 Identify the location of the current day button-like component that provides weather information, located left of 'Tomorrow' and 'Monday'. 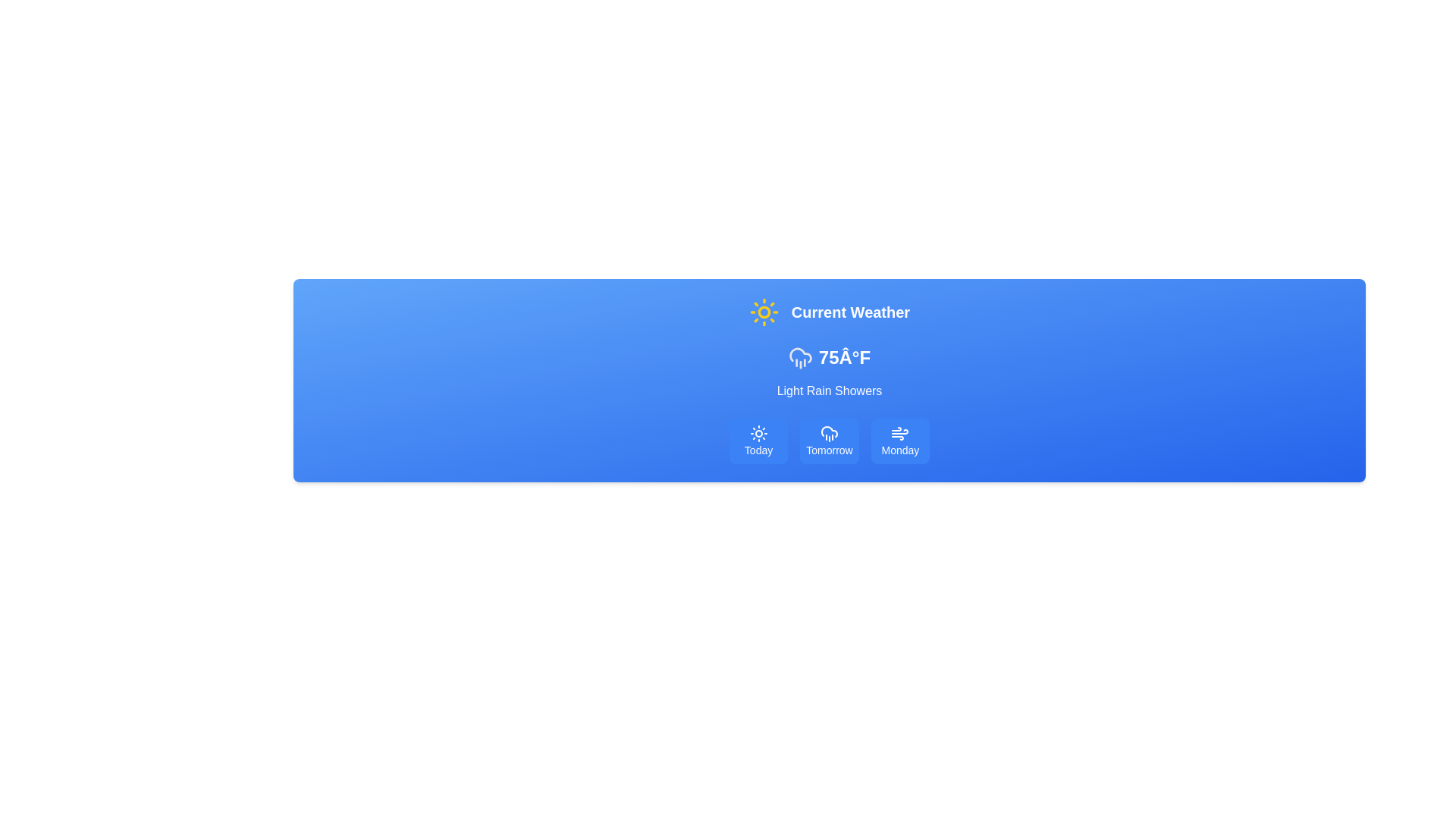
(758, 441).